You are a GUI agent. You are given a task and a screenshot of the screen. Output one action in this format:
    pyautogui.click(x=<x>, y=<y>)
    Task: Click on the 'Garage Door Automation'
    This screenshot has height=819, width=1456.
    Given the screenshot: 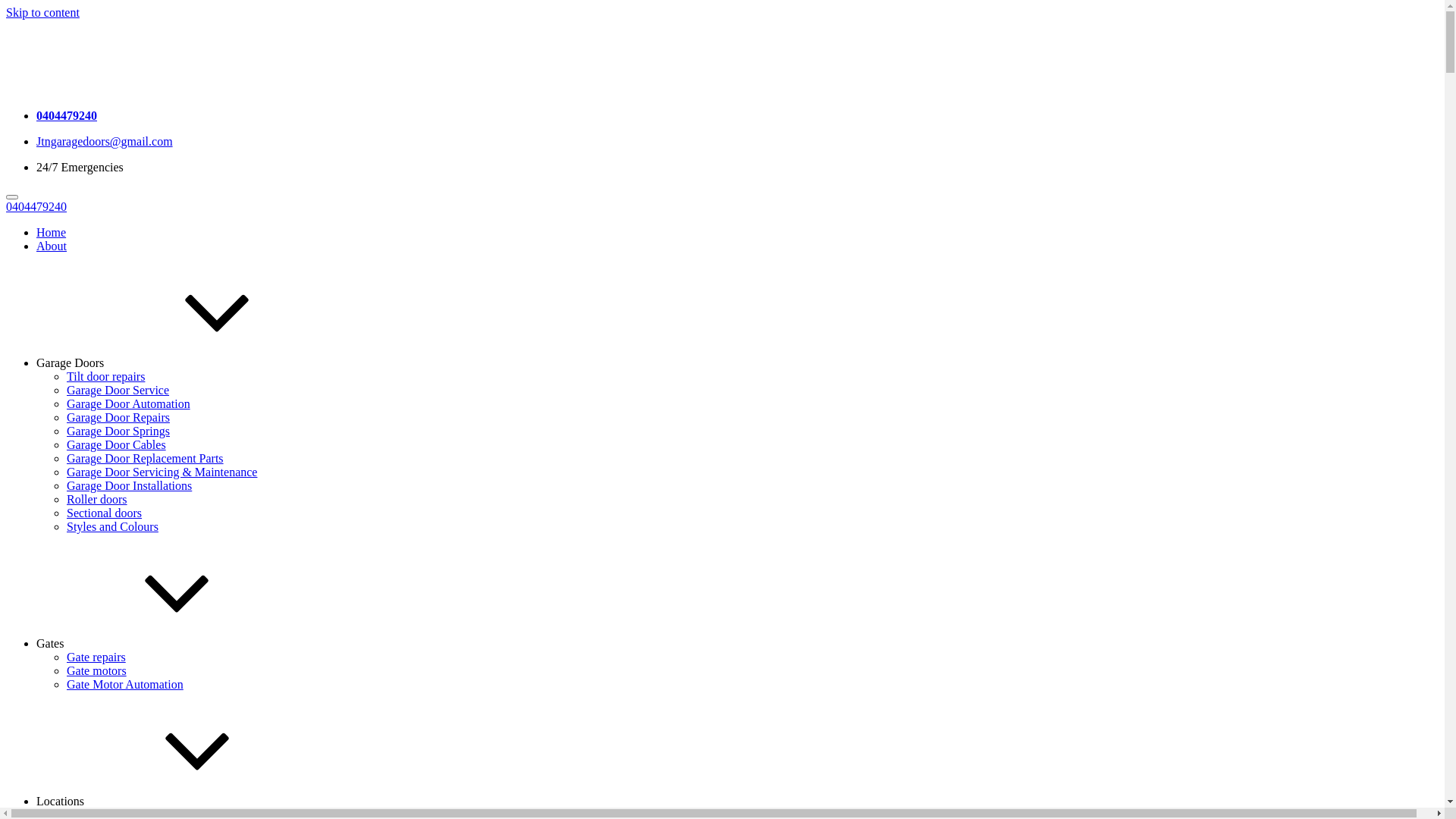 What is the action you would take?
    pyautogui.click(x=65, y=403)
    